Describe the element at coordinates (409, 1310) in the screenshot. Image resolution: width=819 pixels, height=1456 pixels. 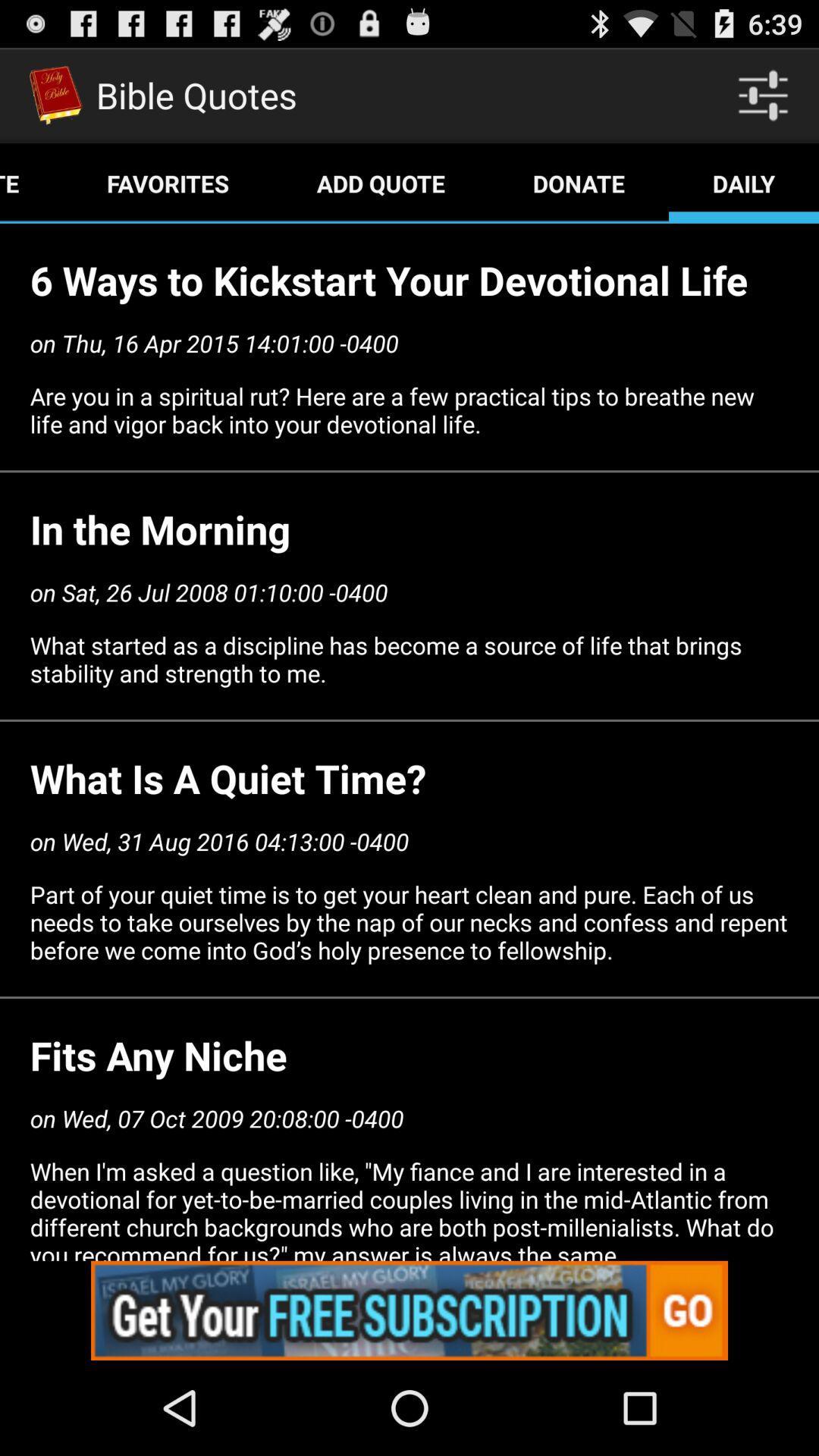
I see `advertisement` at that location.